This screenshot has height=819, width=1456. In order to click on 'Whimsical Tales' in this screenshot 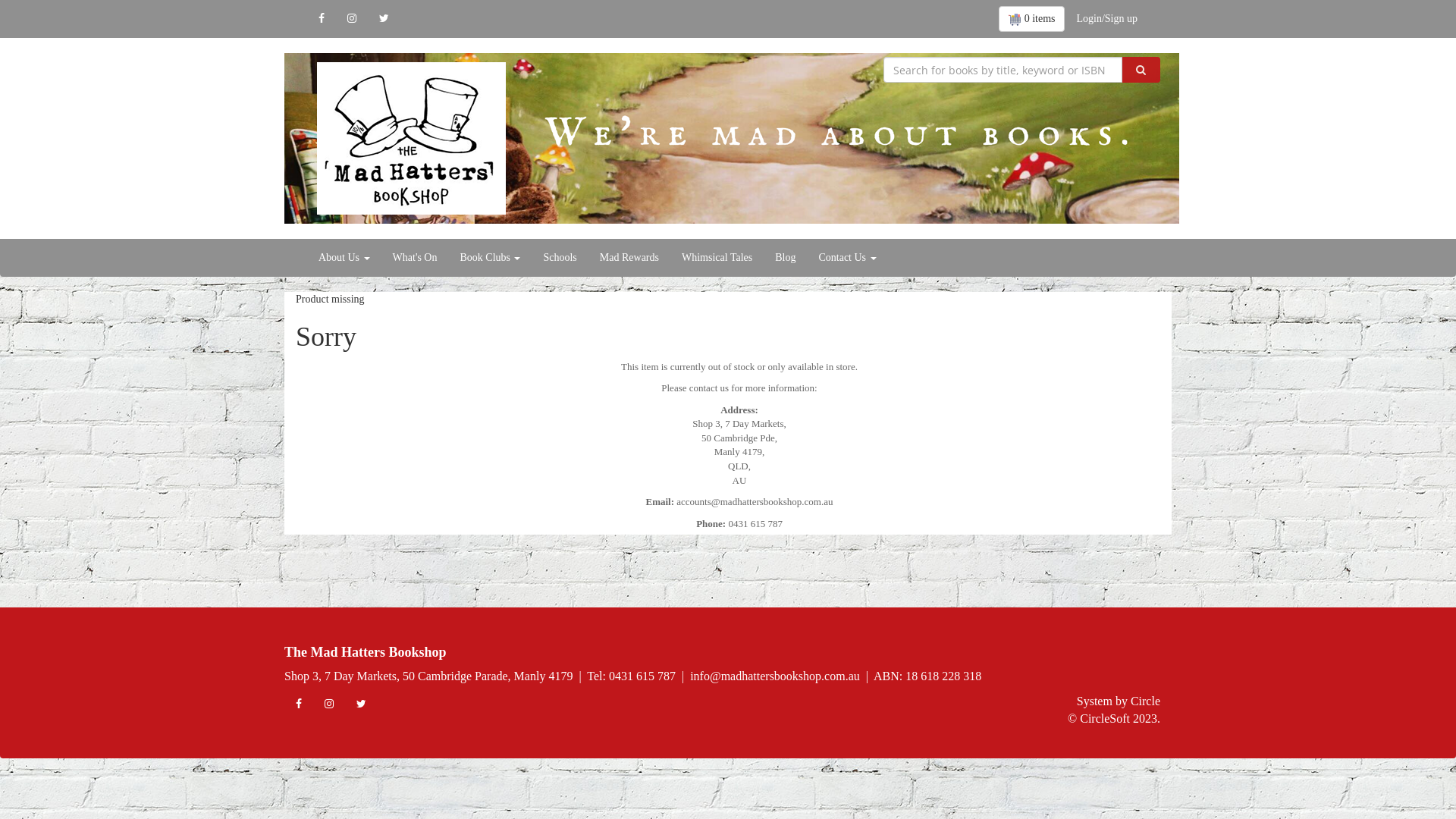, I will do `click(716, 256)`.